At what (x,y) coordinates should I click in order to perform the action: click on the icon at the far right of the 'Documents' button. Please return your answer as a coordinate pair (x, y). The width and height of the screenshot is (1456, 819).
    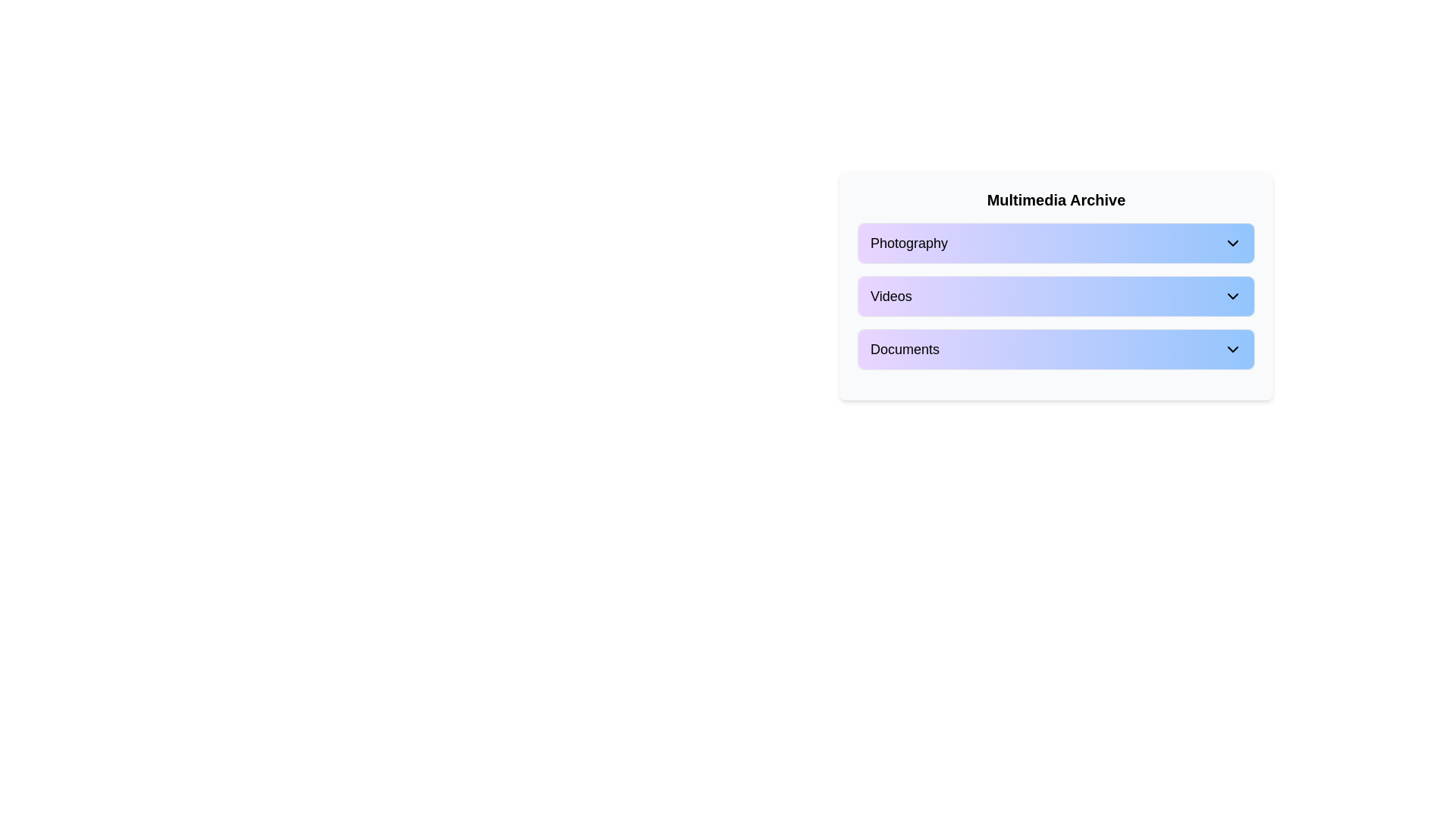
    Looking at the image, I should click on (1233, 350).